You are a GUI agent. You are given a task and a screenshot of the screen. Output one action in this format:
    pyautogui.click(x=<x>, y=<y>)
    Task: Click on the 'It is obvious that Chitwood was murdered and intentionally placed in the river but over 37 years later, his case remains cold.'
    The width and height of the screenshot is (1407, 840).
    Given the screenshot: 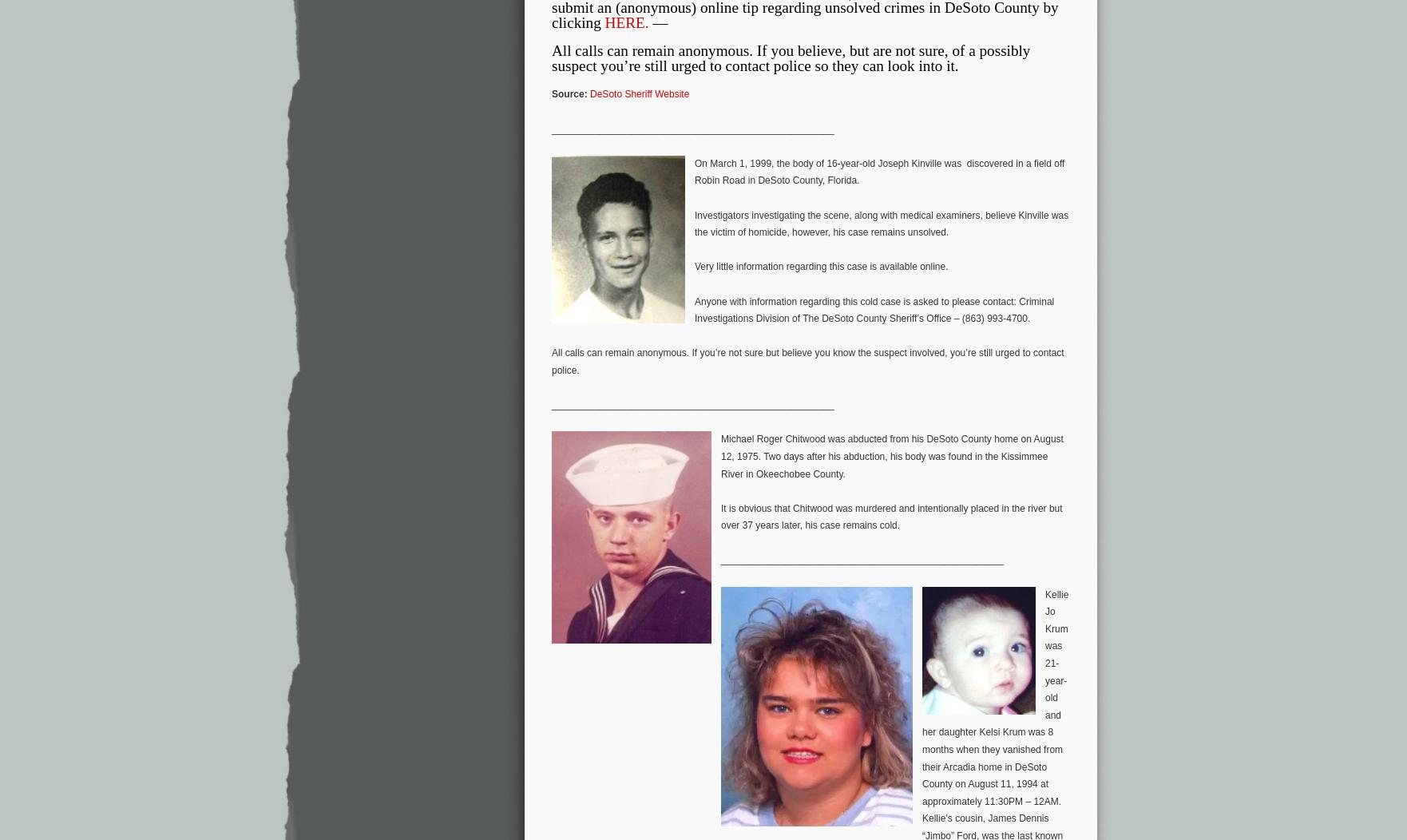 What is the action you would take?
    pyautogui.click(x=891, y=516)
    